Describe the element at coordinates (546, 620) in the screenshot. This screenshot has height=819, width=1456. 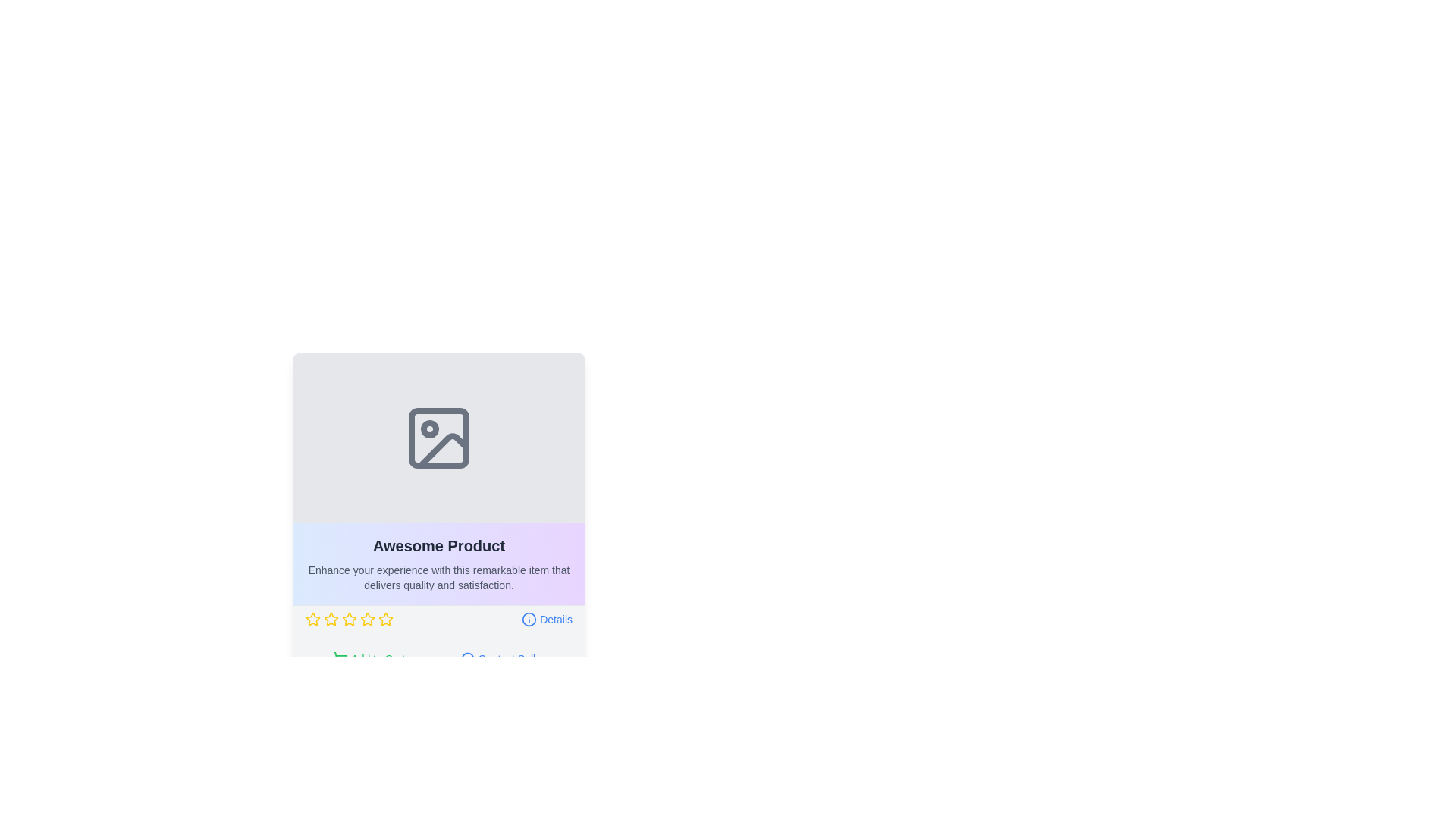
I see `the hyperlink styled in blue with an 'info' icon and the text 'Details' located at the bottom right of the product card` at that location.